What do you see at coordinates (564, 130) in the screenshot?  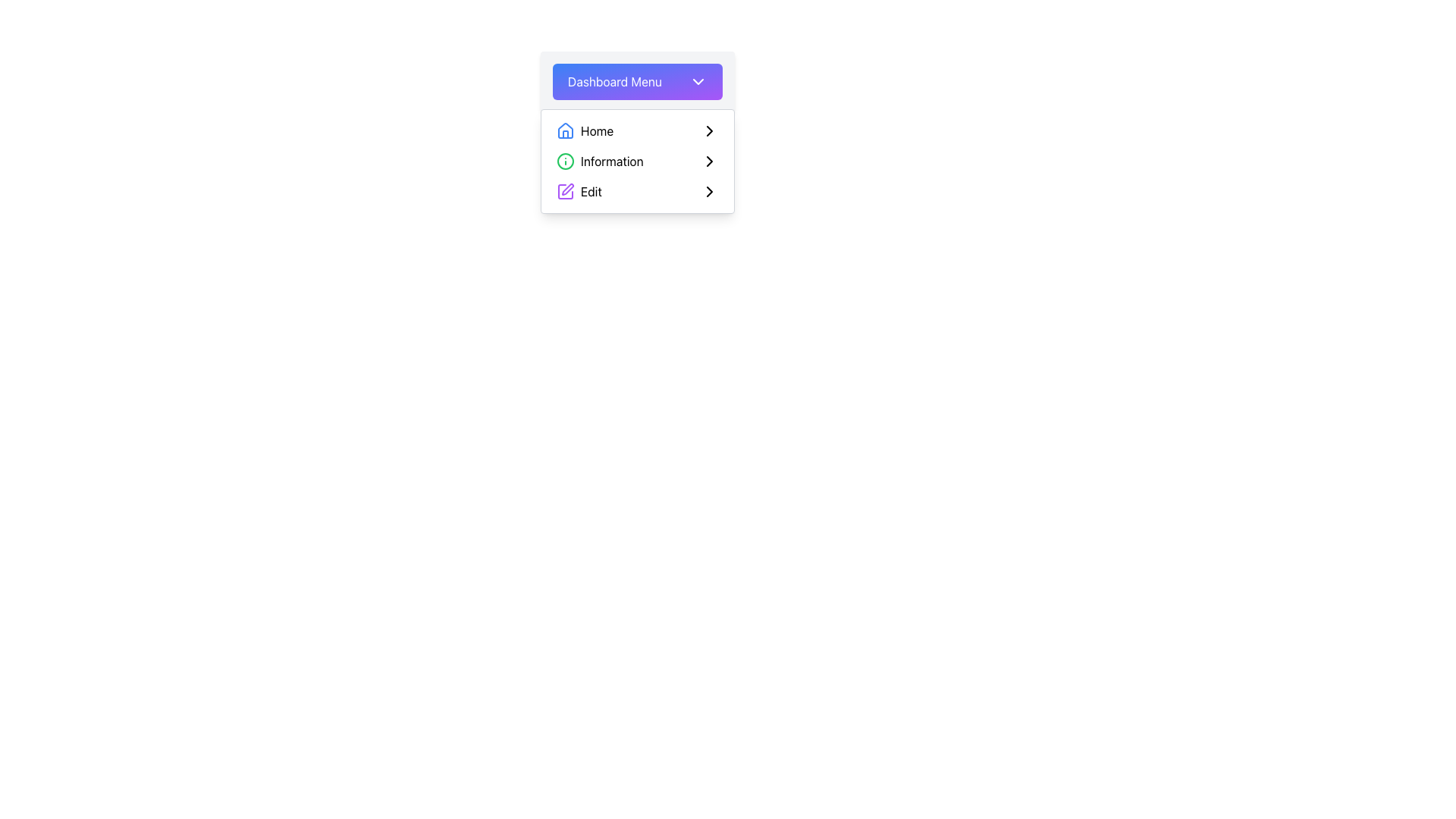 I see `the house-shaped icon with a blue stroke in the first position of the dropdown menu, adjacent to the 'Home' label` at bounding box center [564, 130].